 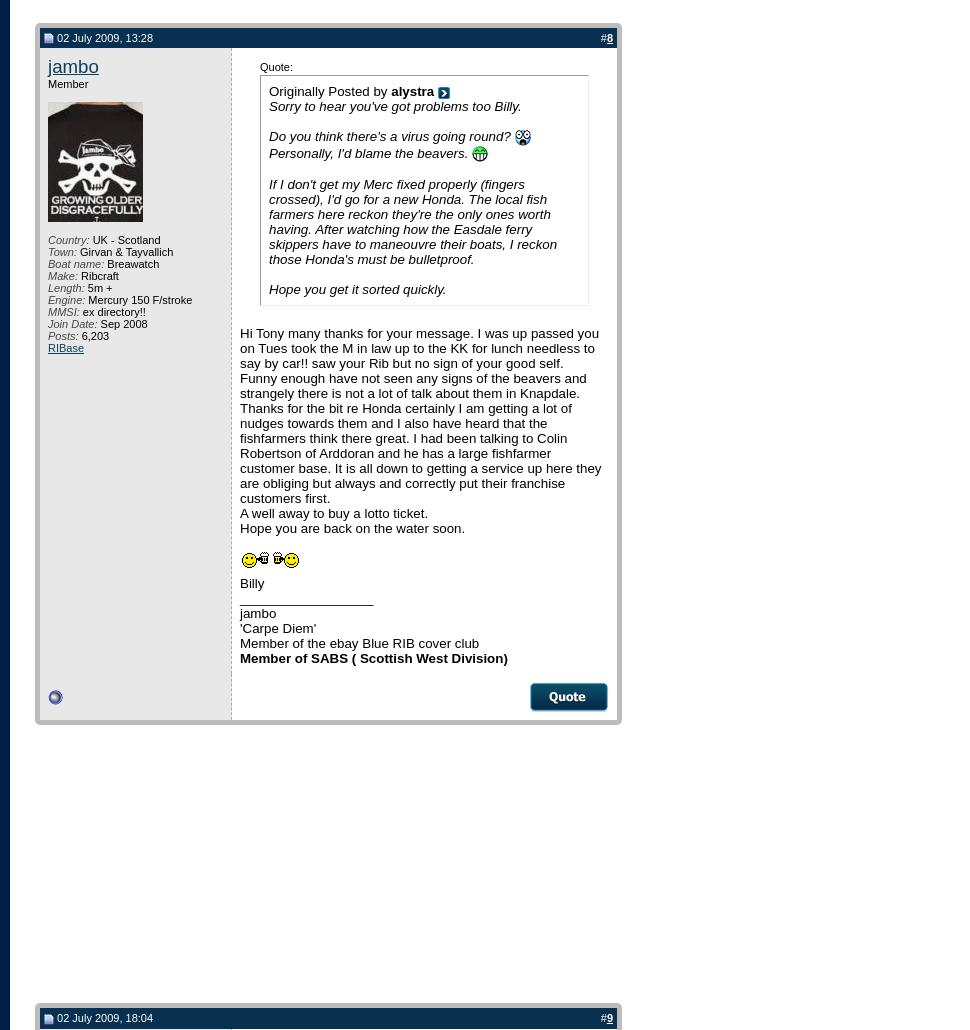 What do you see at coordinates (61, 275) in the screenshot?
I see `'Make:'` at bounding box center [61, 275].